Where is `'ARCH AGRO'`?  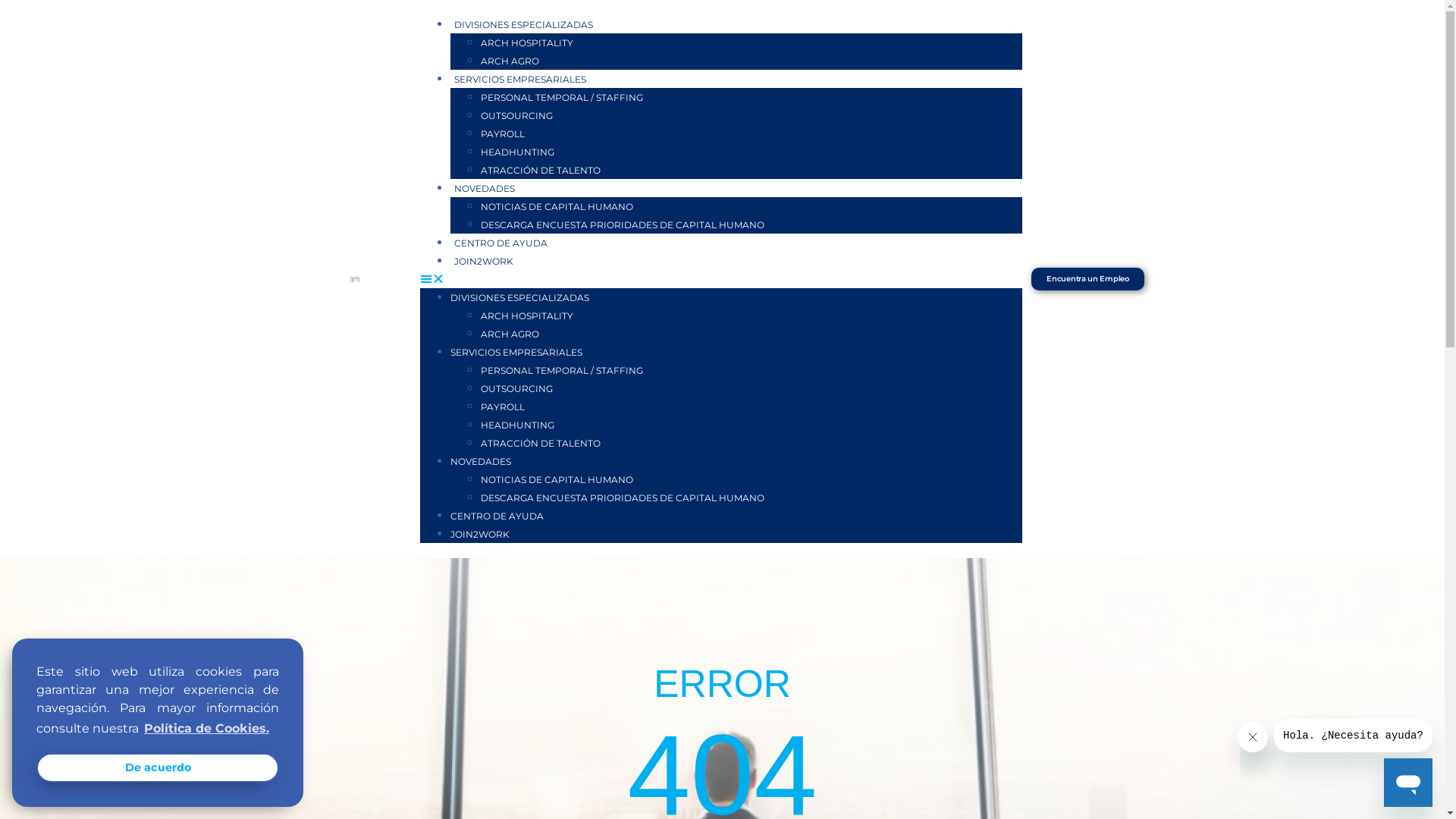
'ARCH AGRO' is located at coordinates (510, 60).